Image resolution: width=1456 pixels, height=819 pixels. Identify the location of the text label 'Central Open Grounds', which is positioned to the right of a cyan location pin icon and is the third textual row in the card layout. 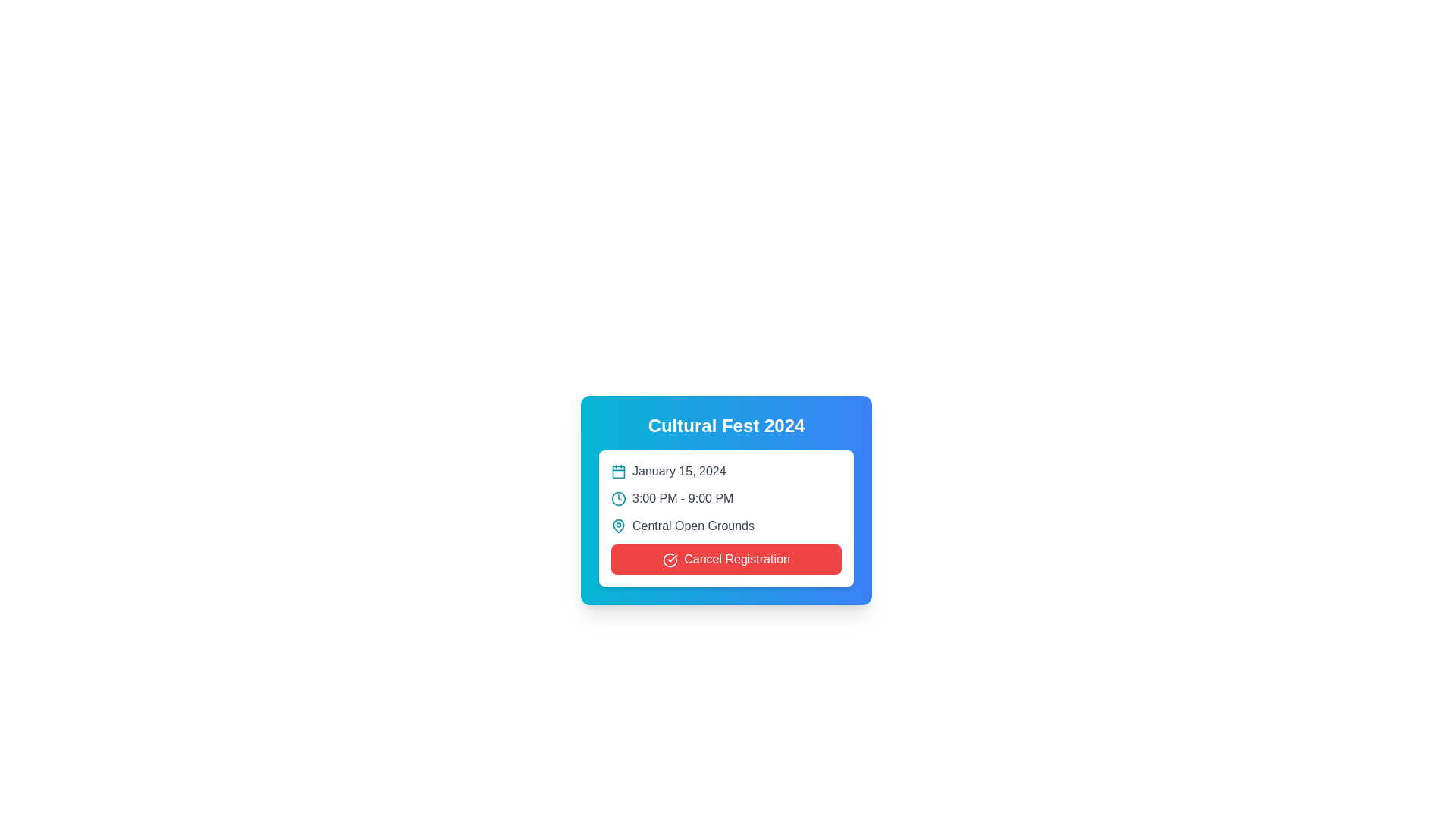
(726, 526).